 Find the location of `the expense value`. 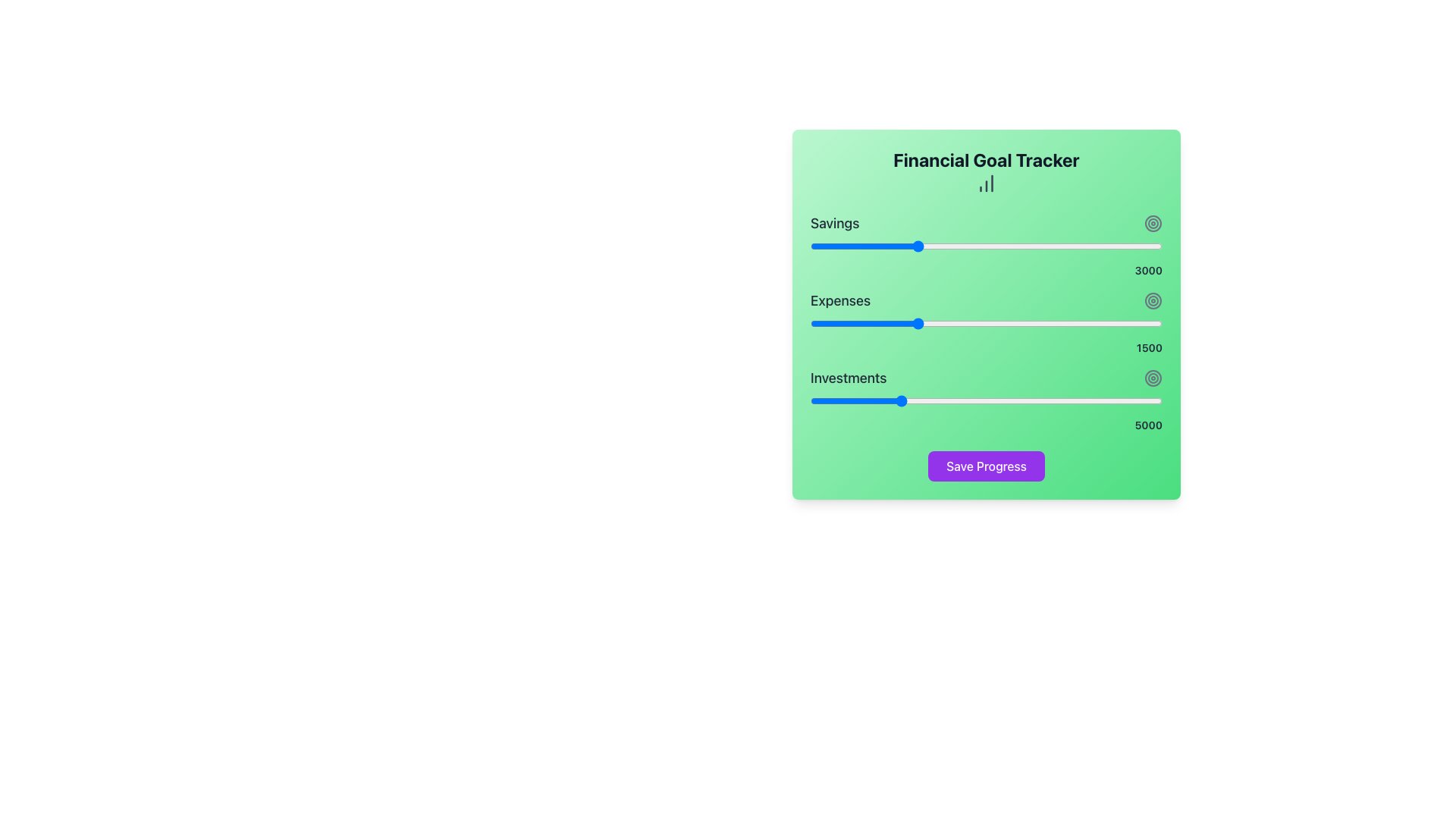

the expense value is located at coordinates (1020, 323).